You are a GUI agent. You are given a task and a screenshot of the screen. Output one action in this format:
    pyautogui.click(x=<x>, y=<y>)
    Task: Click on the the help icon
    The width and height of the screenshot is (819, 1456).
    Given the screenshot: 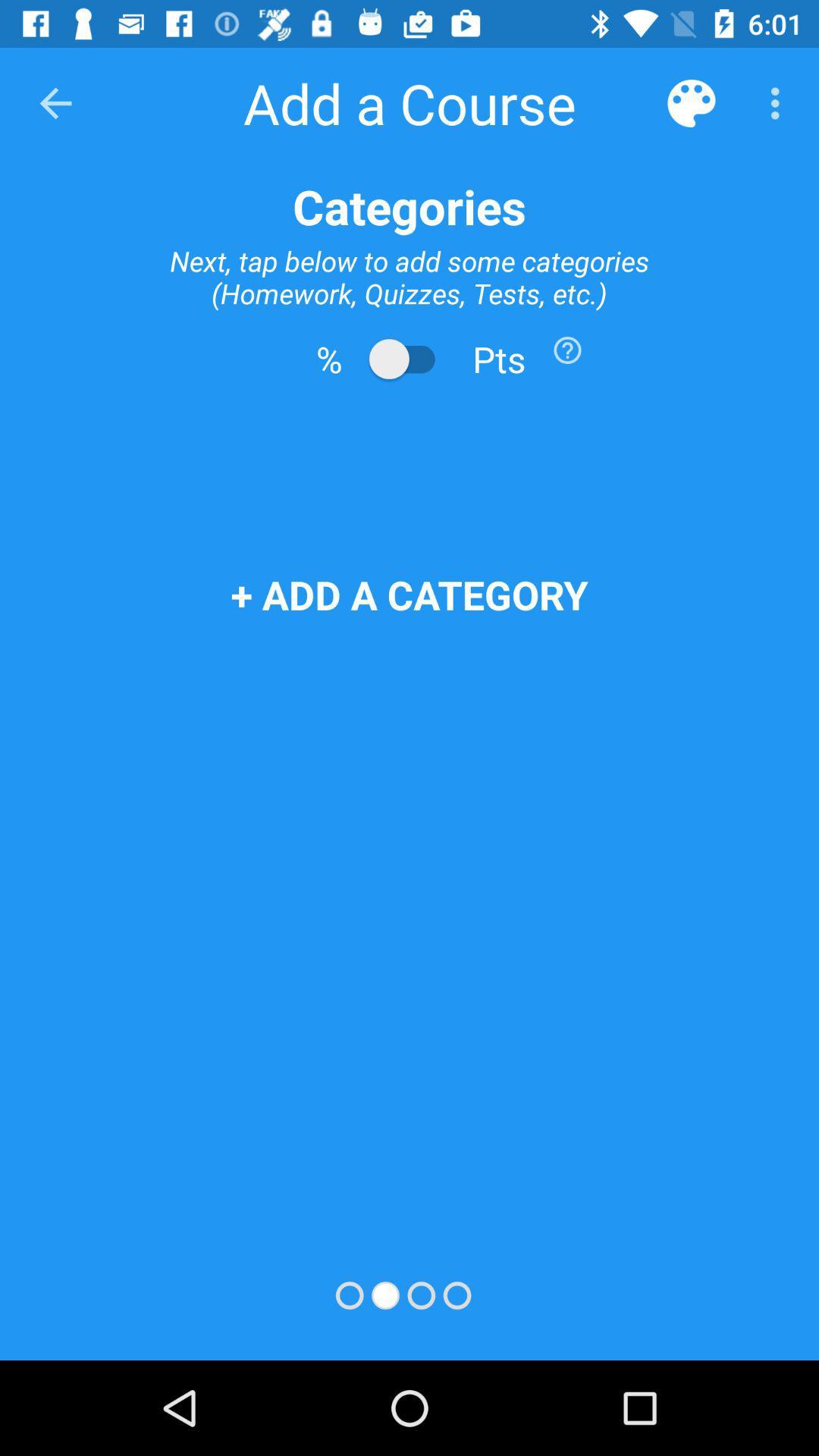 What is the action you would take?
    pyautogui.click(x=567, y=349)
    